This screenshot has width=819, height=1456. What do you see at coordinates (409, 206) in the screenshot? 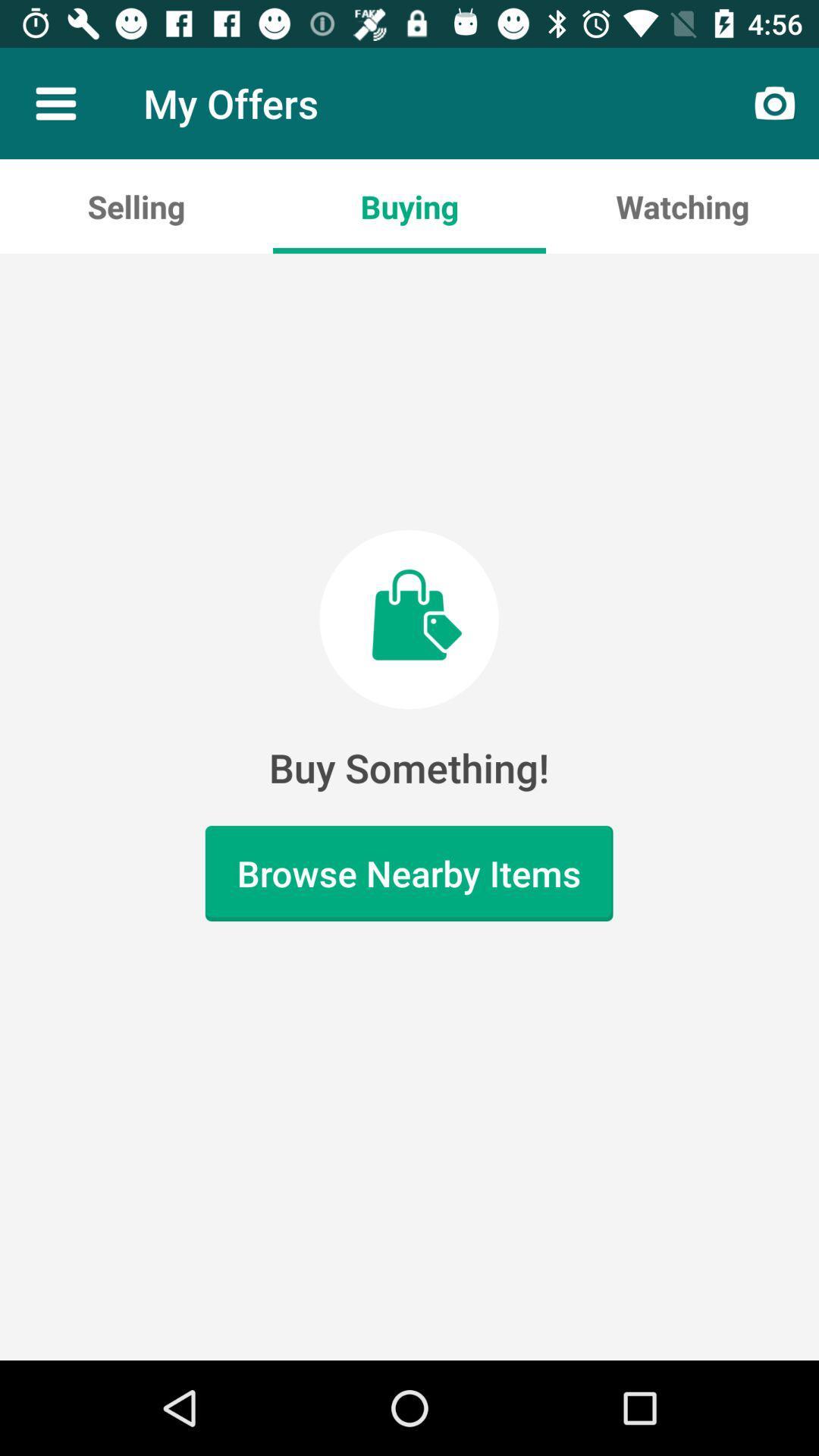
I see `item next to the watching item` at bounding box center [409, 206].